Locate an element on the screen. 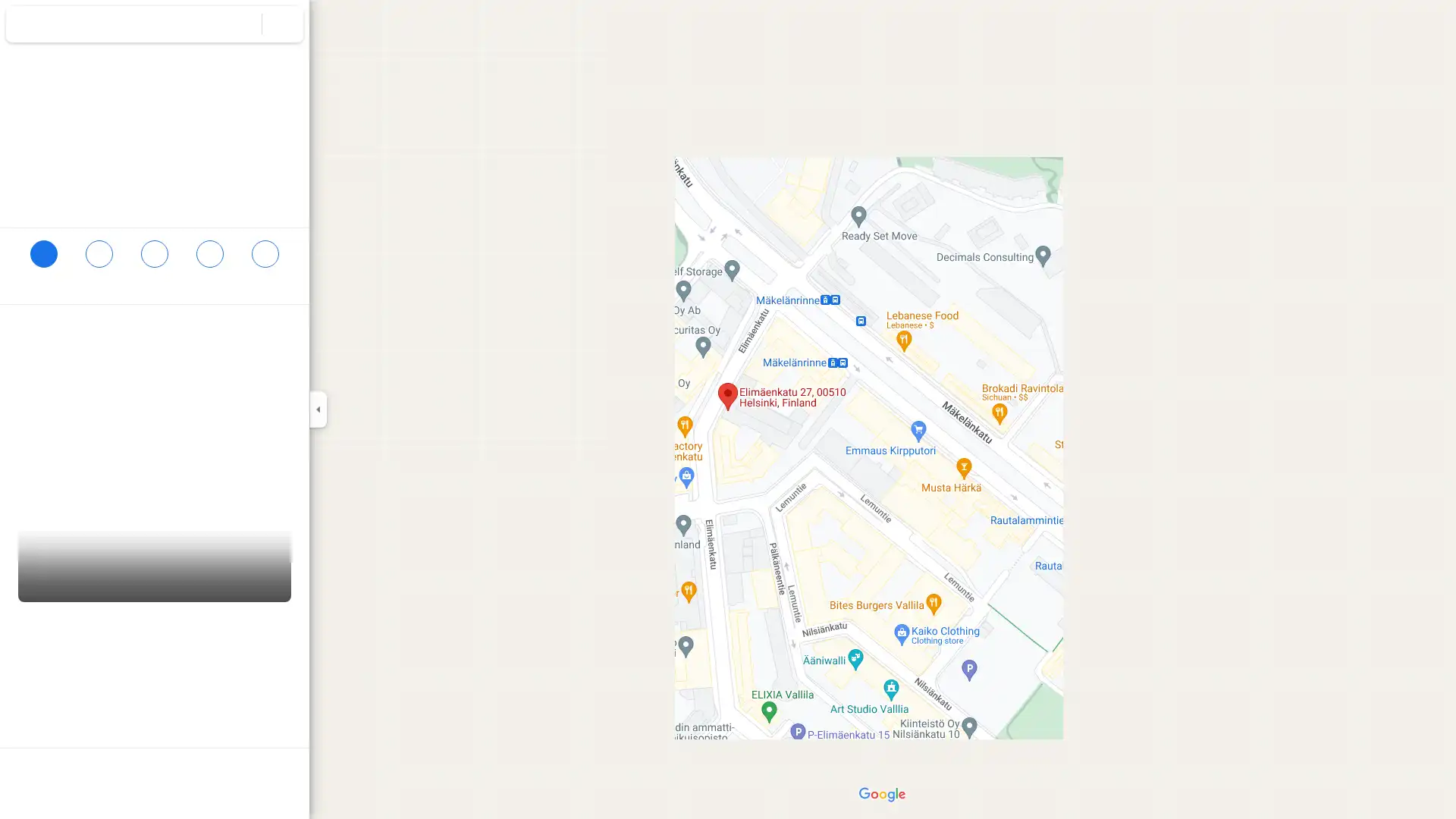 The width and height of the screenshot is (1456, 819). Copy plus code is located at coordinates (249, 362).